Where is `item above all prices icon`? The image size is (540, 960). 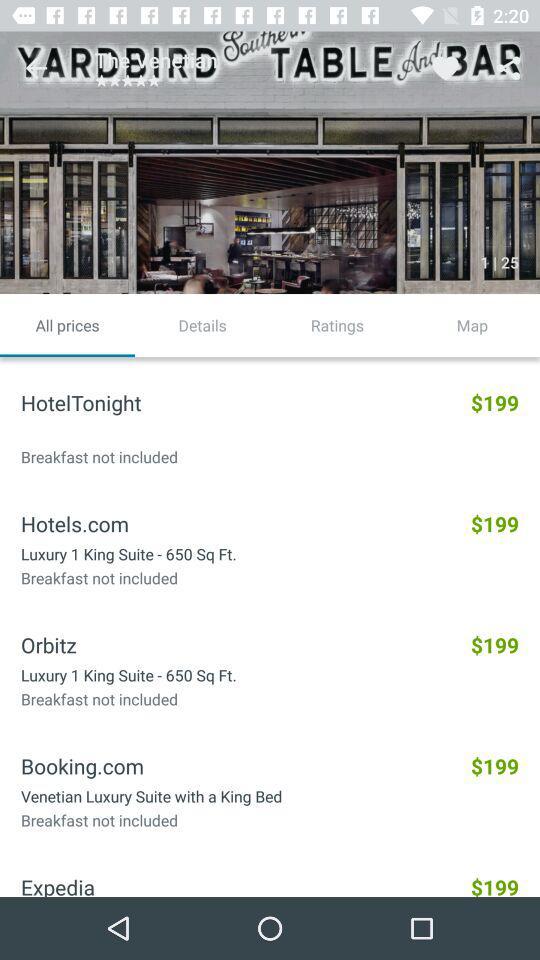 item above all prices icon is located at coordinates (36, 68).